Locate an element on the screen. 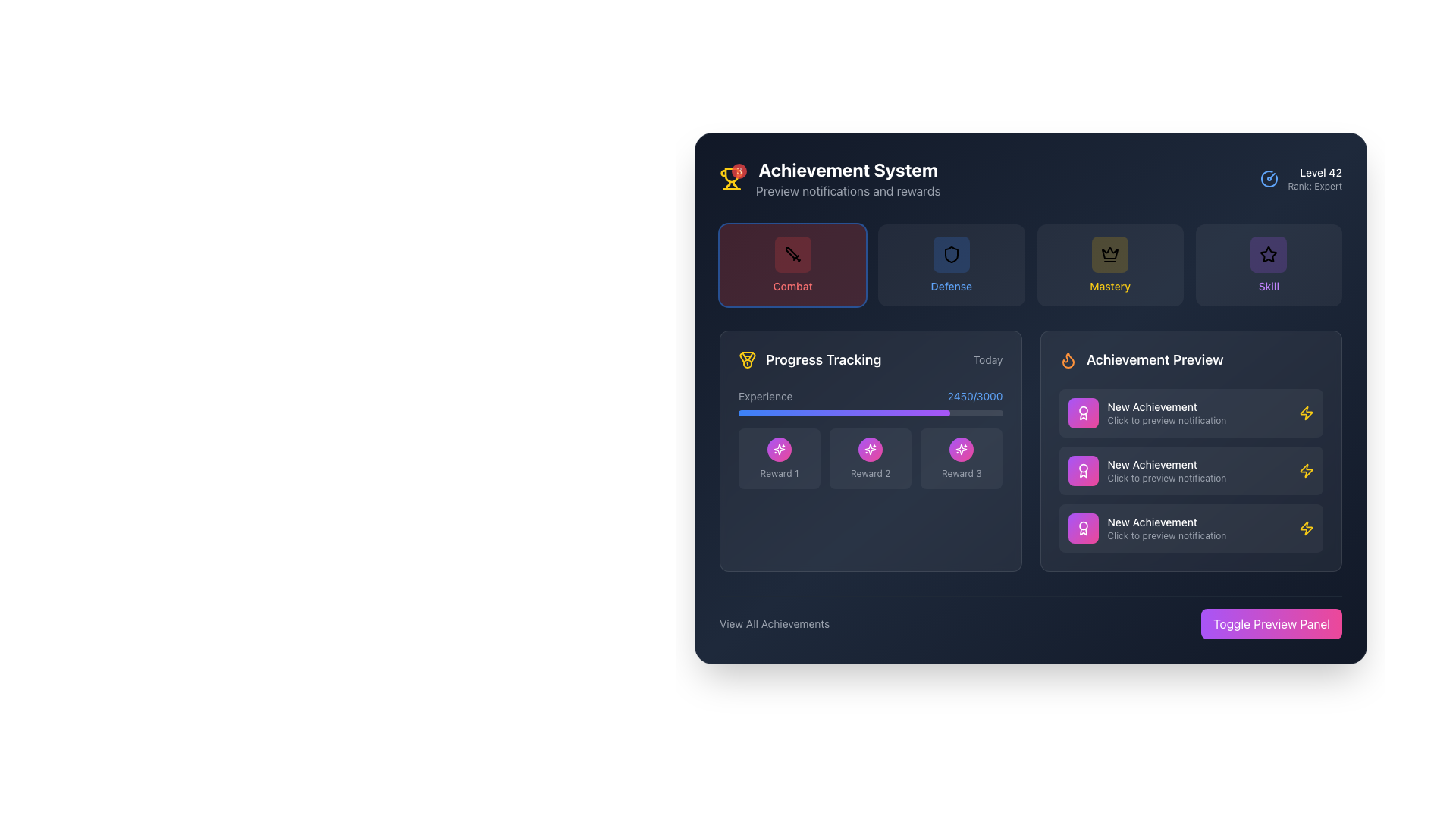 The width and height of the screenshot is (1456, 819). the lightning bolt icon, which is styled in vibrant yellow with sharp, angular lines, located in the 'Achievement Preview' section adjacent to the text 'New Achievement - Click to preview notification' is located at coordinates (1306, 528).